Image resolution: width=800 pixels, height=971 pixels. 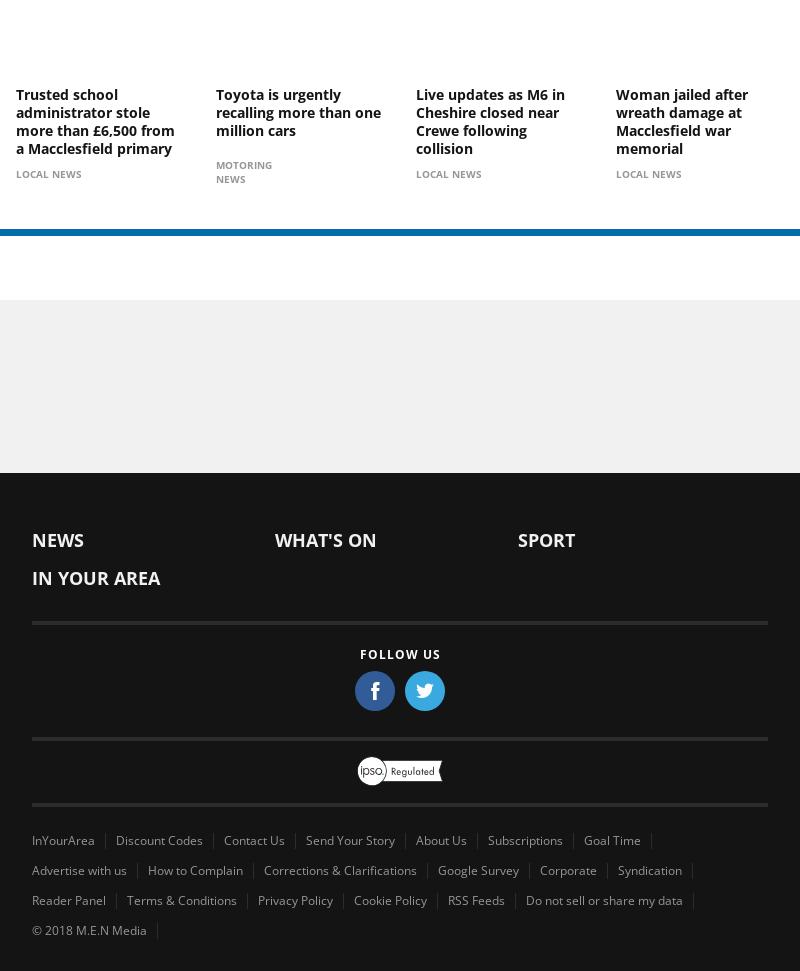 I want to click on 'Contact Us', so click(x=253, y=838).